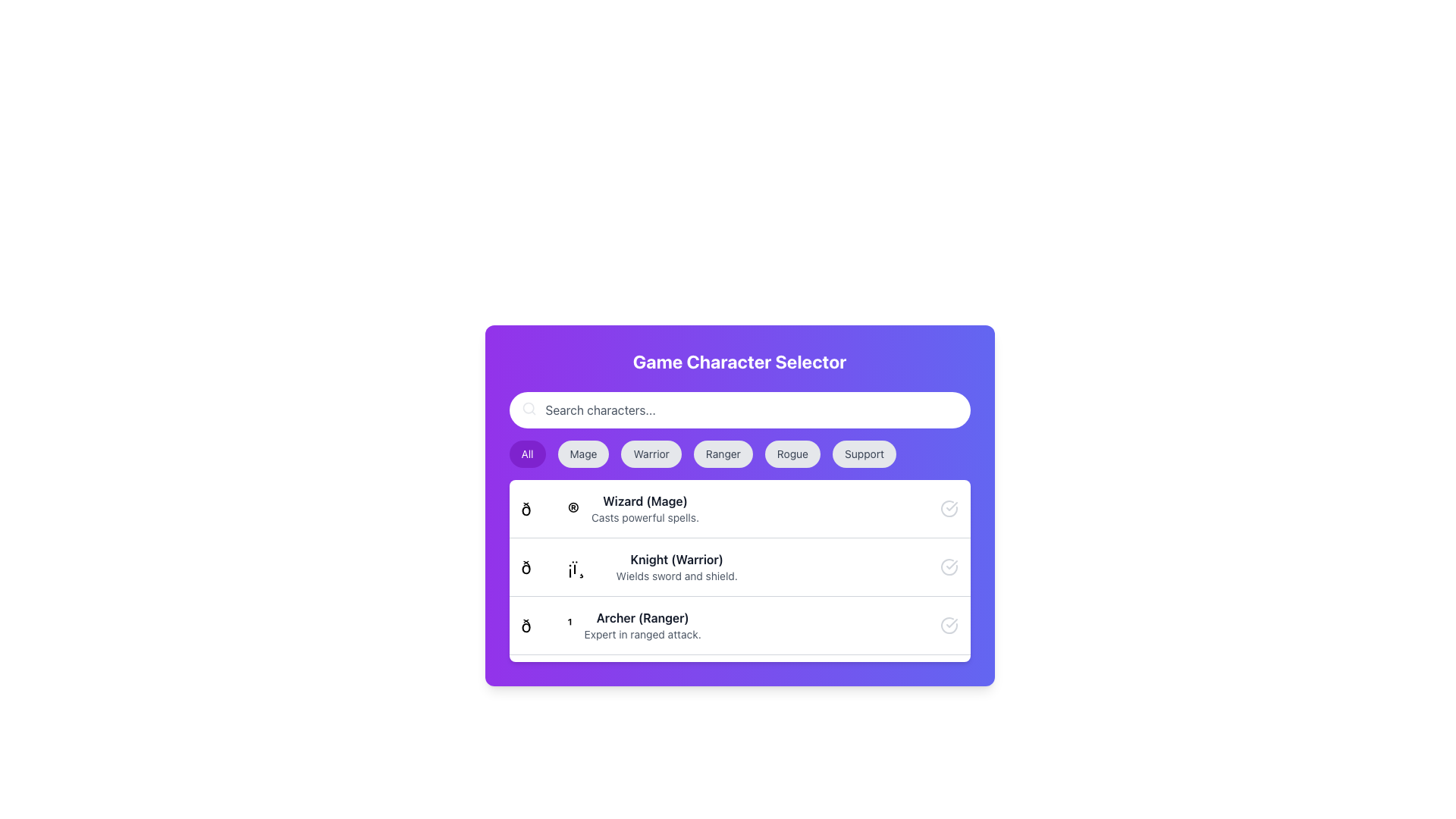  I want to click on the text label displaying 'Knight (Warrior)' in the character selection modal, so click(676, 559).